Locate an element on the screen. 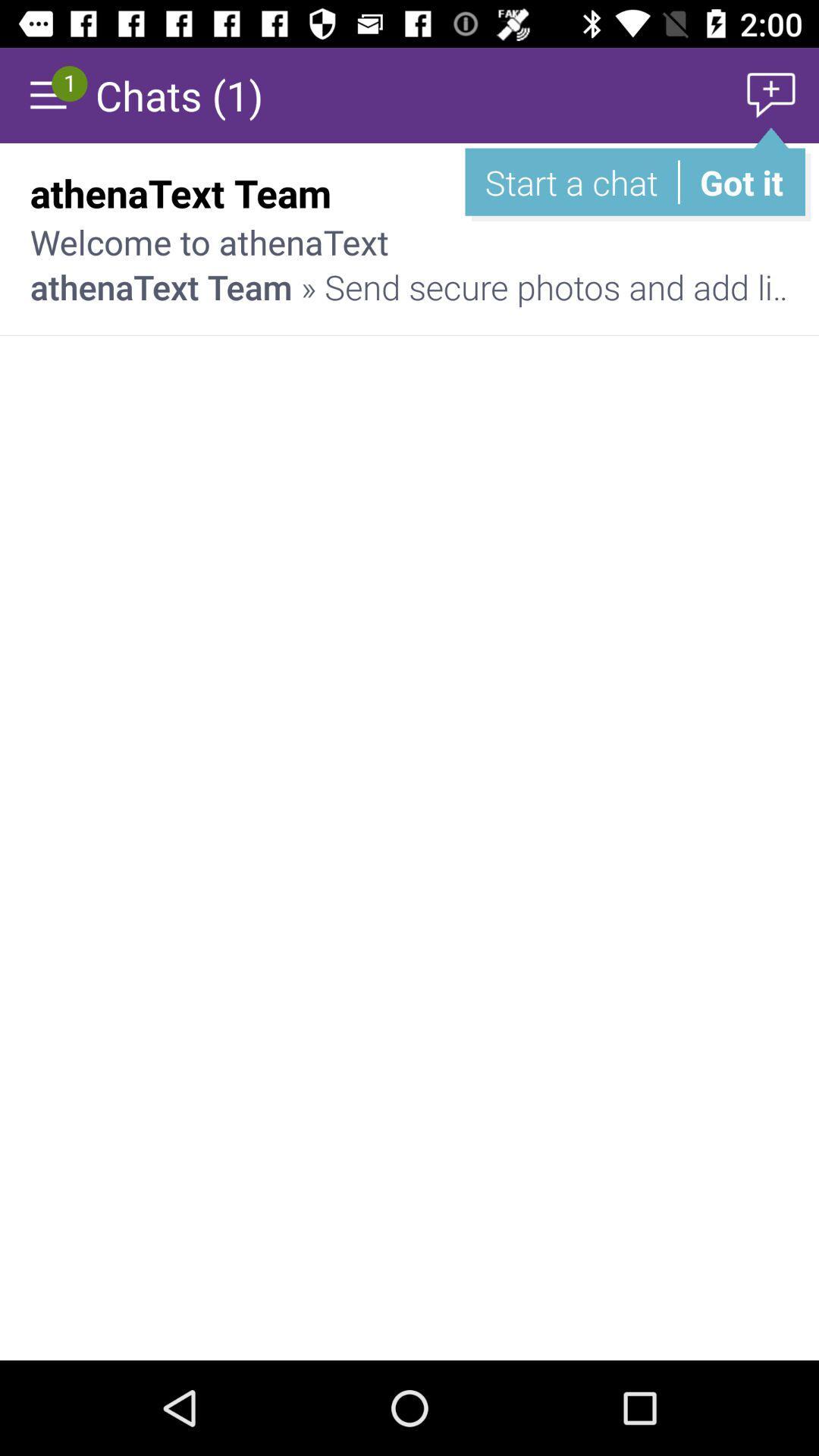 The height and width of the screenshot is (1456, 819). menu is located at coordinates (46, 94).